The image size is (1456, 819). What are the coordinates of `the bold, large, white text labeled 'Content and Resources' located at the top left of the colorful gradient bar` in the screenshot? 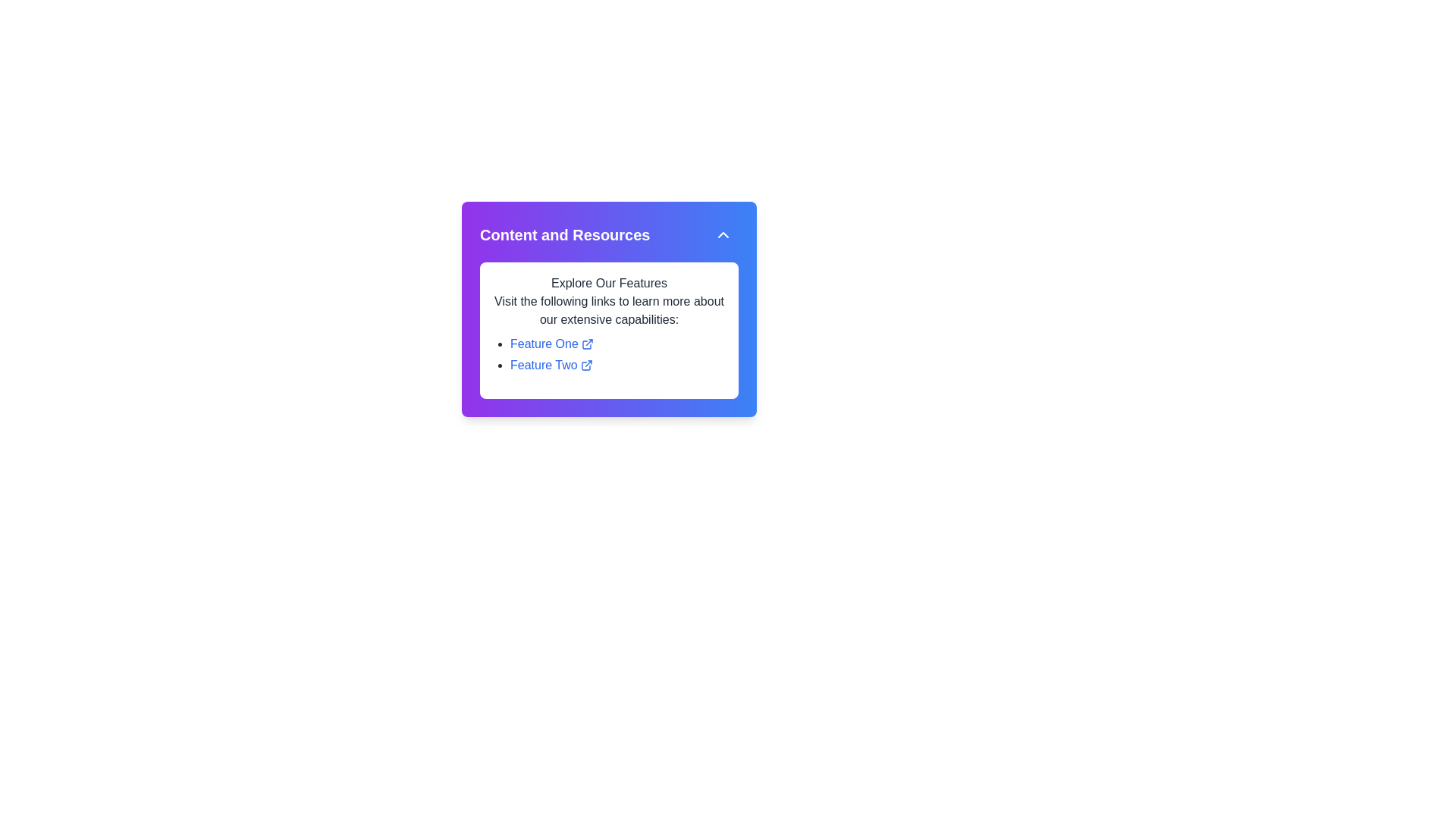 It's located at (564, 234).